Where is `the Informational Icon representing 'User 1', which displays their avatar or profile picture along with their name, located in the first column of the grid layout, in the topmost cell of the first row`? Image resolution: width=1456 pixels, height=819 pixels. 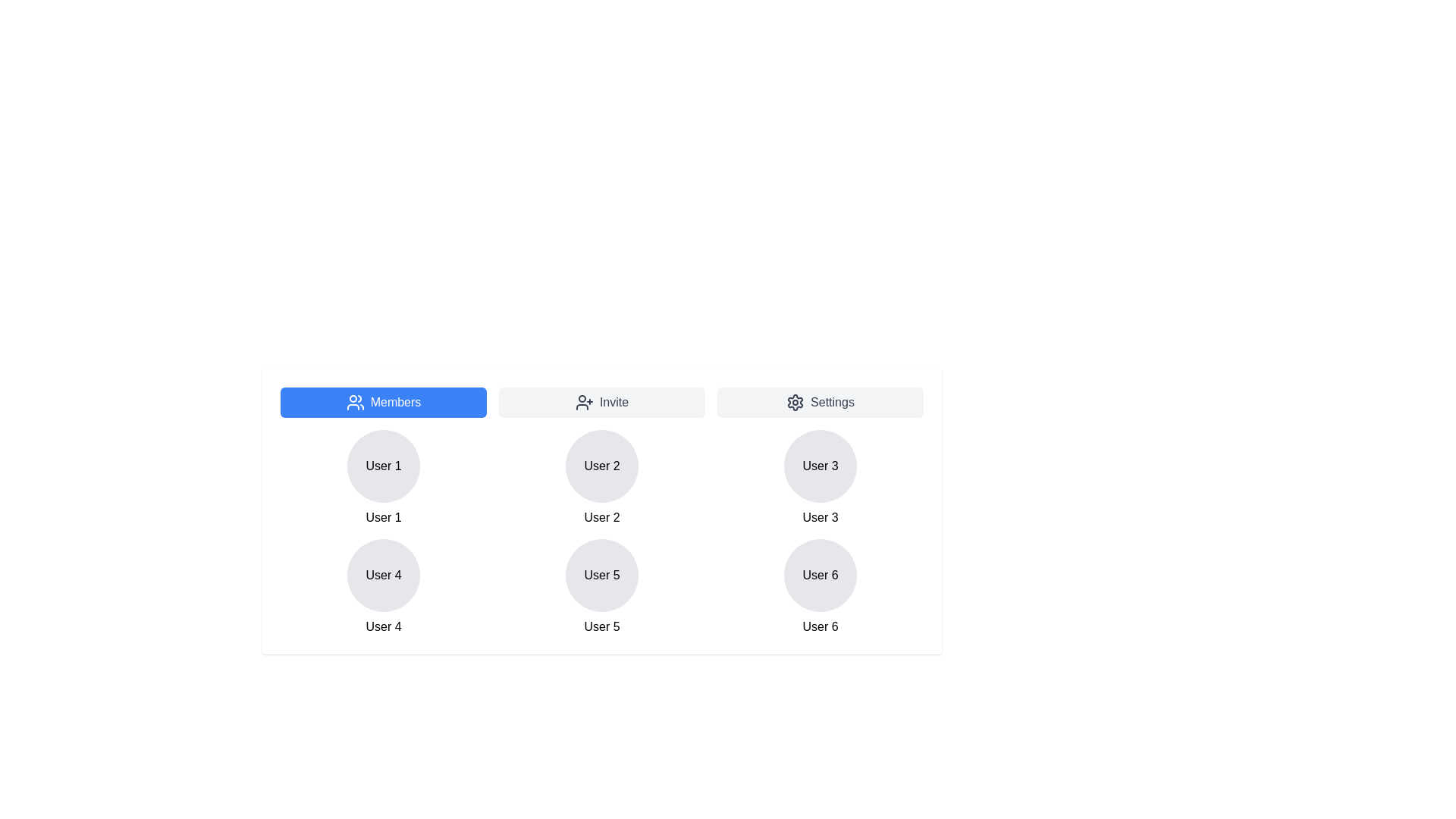
the Informational Icon representing 'User 1', which displays their avatar or profile picture along with their name, located in the first column of the grid layout, in the topmost cell of the first row is located at coordinates (383, 479).